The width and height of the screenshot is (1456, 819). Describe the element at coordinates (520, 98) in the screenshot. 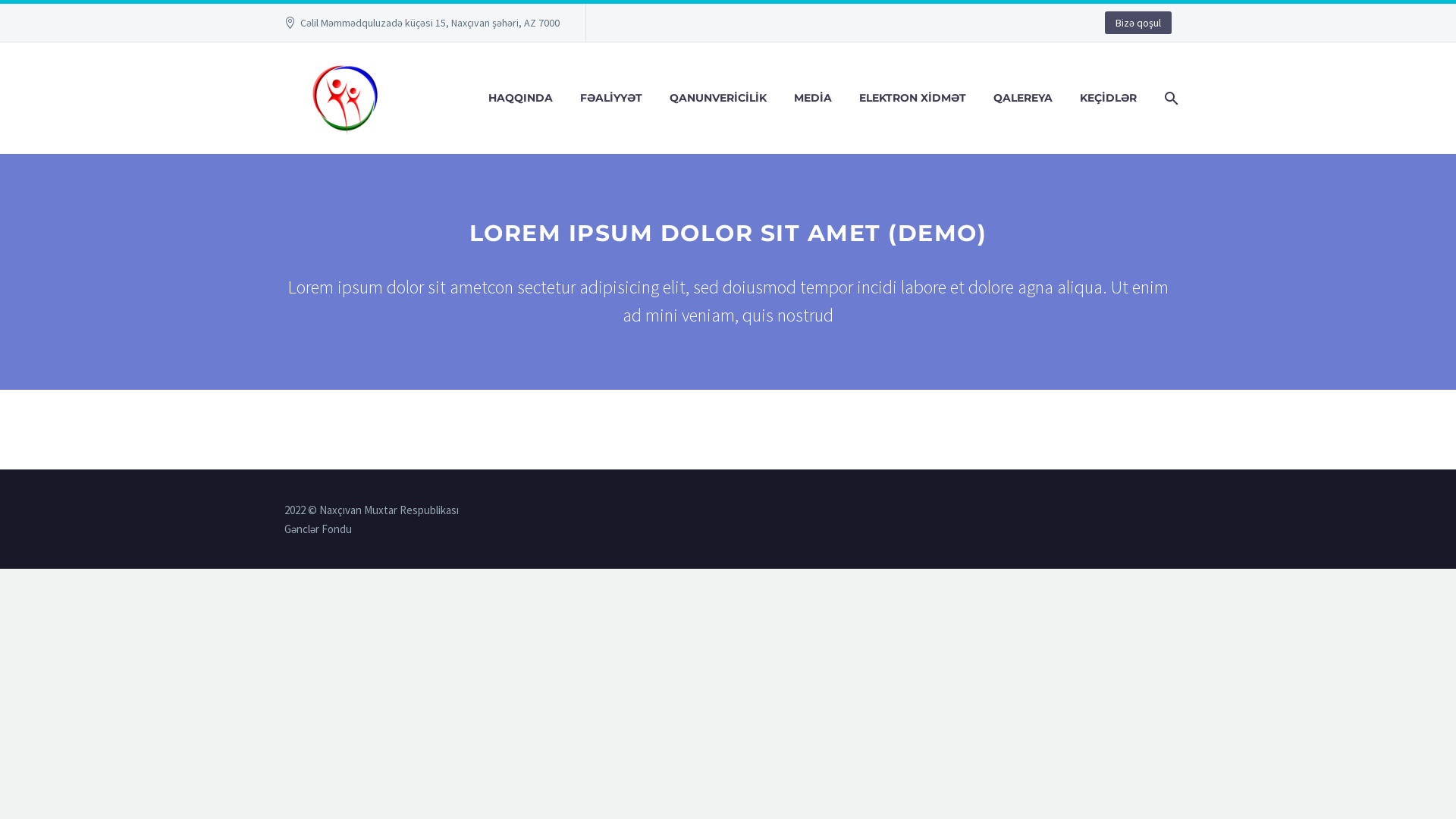

I see `'HAQQINDA'` at that location.